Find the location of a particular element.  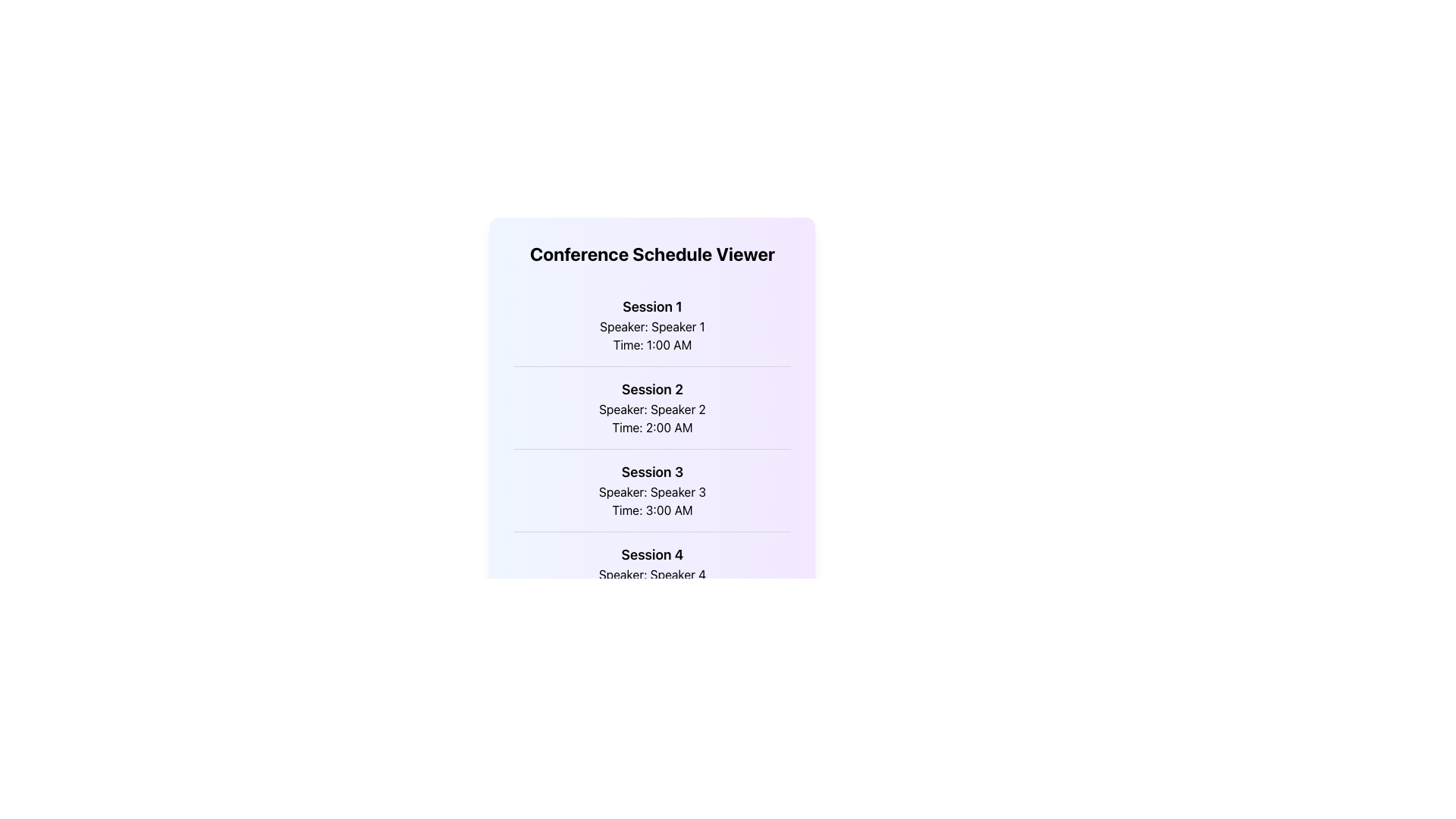

scheduled time for 'Session 2' from the static text element located centrally in the displayed schedule is located at coordinates (652, 427).